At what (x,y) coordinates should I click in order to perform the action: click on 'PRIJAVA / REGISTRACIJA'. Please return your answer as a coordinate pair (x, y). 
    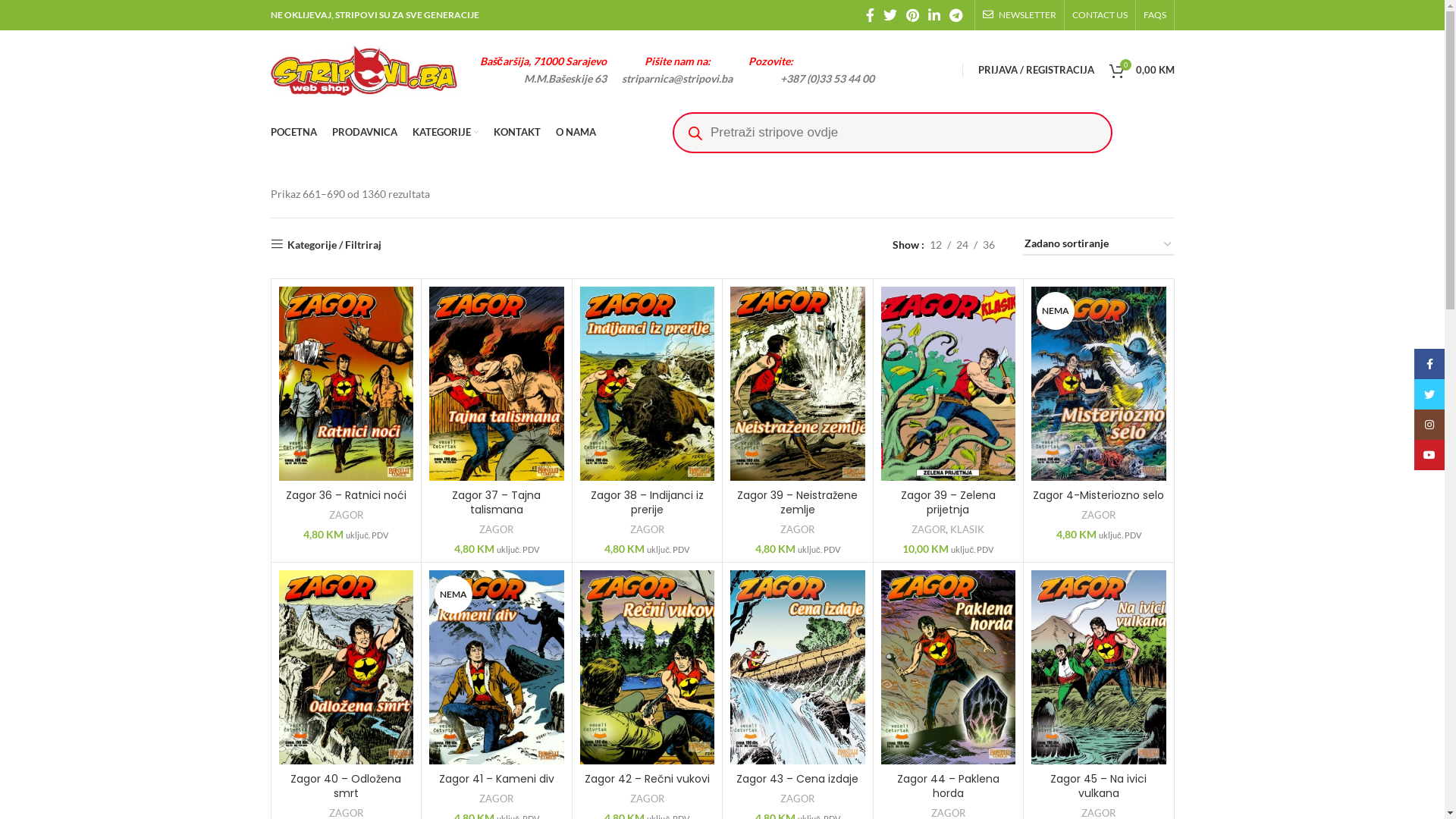
    Looking at the image, I should click on (1035, 70).